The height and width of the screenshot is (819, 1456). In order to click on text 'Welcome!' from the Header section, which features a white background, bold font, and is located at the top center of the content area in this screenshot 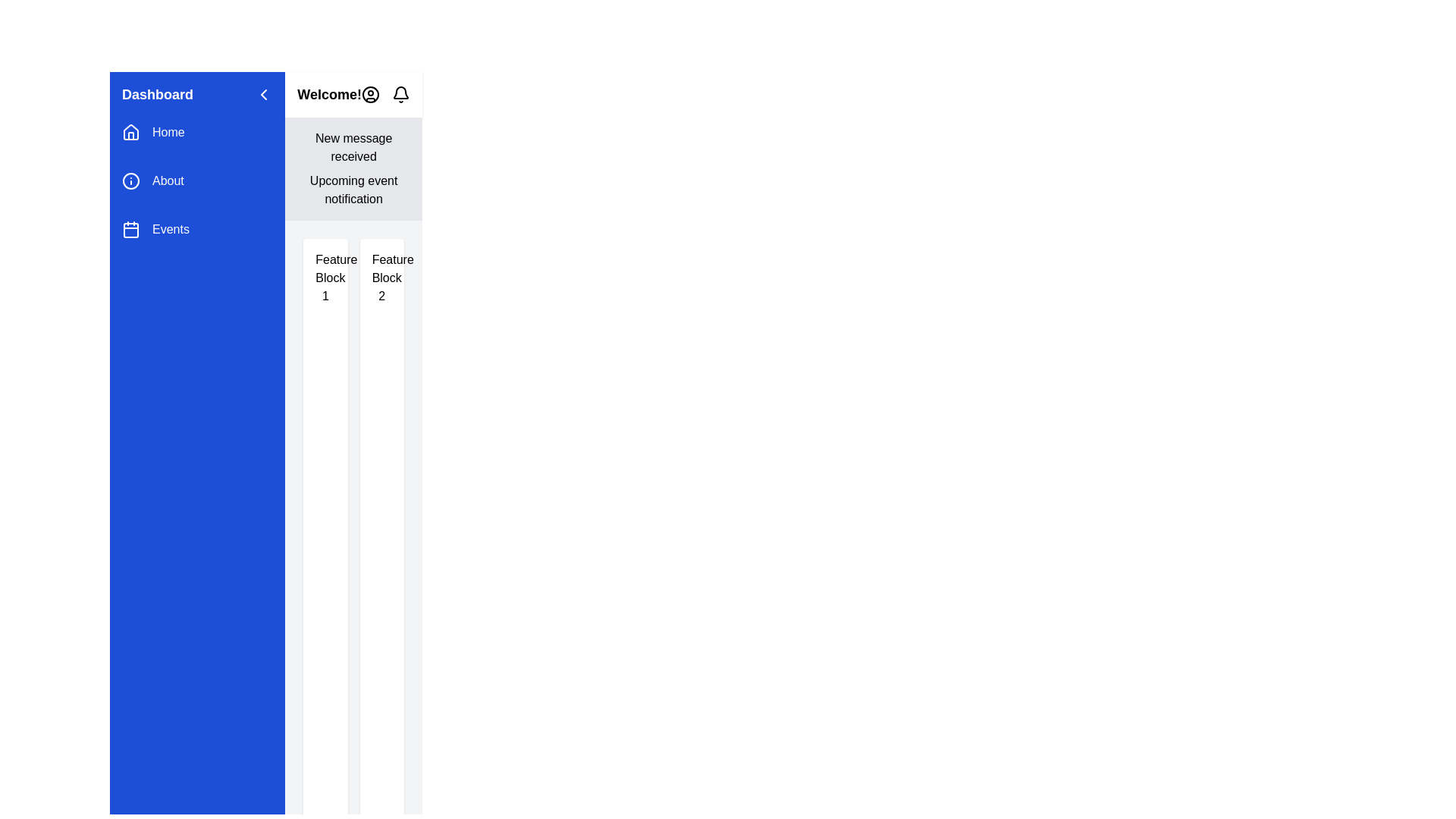, I will do `click(353, 94)`.